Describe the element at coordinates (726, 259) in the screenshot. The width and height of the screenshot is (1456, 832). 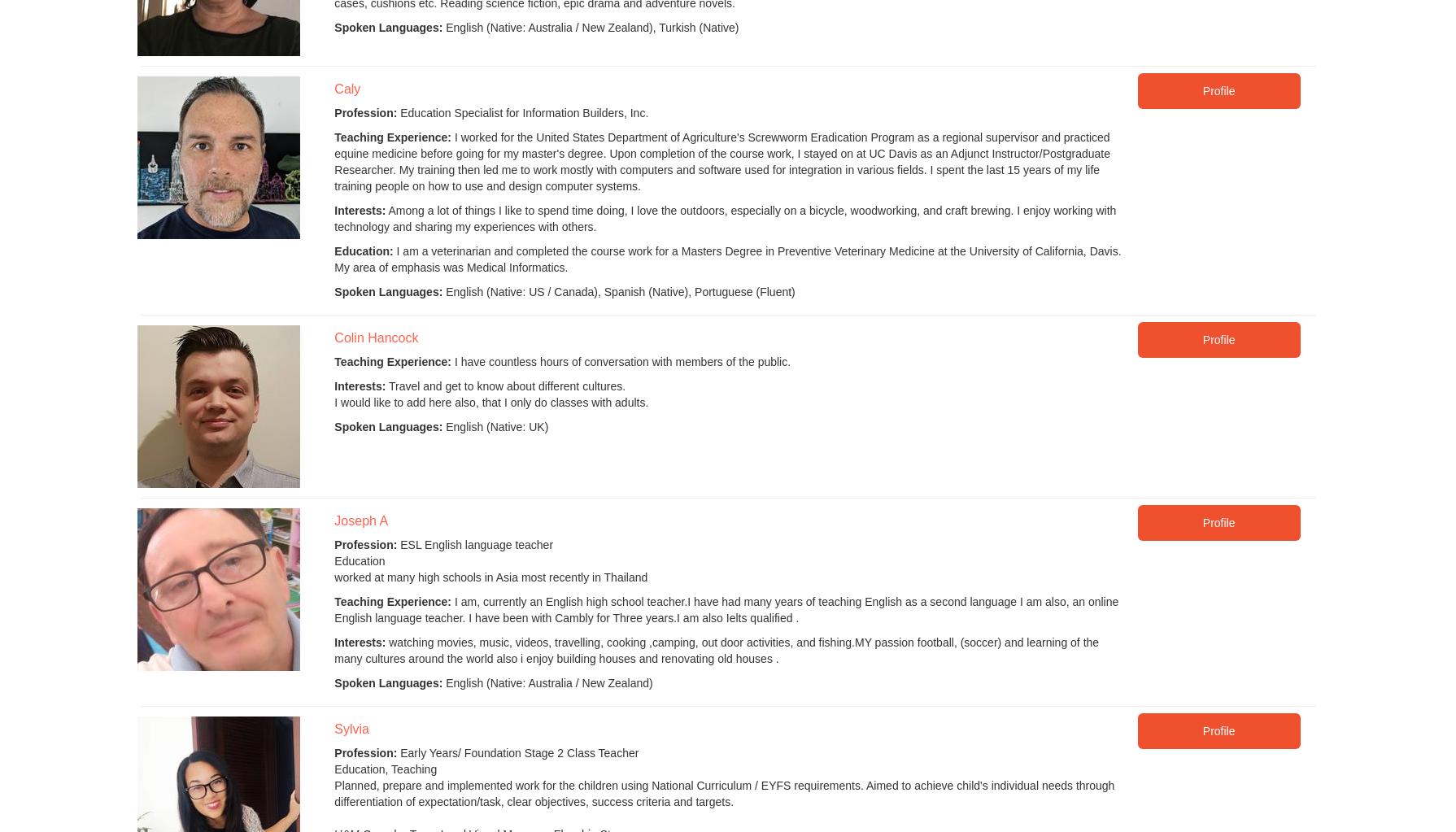
I see `'I am a veterinarian and completed the course work for a Masters Degree in Preventive Veterinary Medicine at the University of California, Davis. My area of emphasis was Medical Informatics.'` at that location.